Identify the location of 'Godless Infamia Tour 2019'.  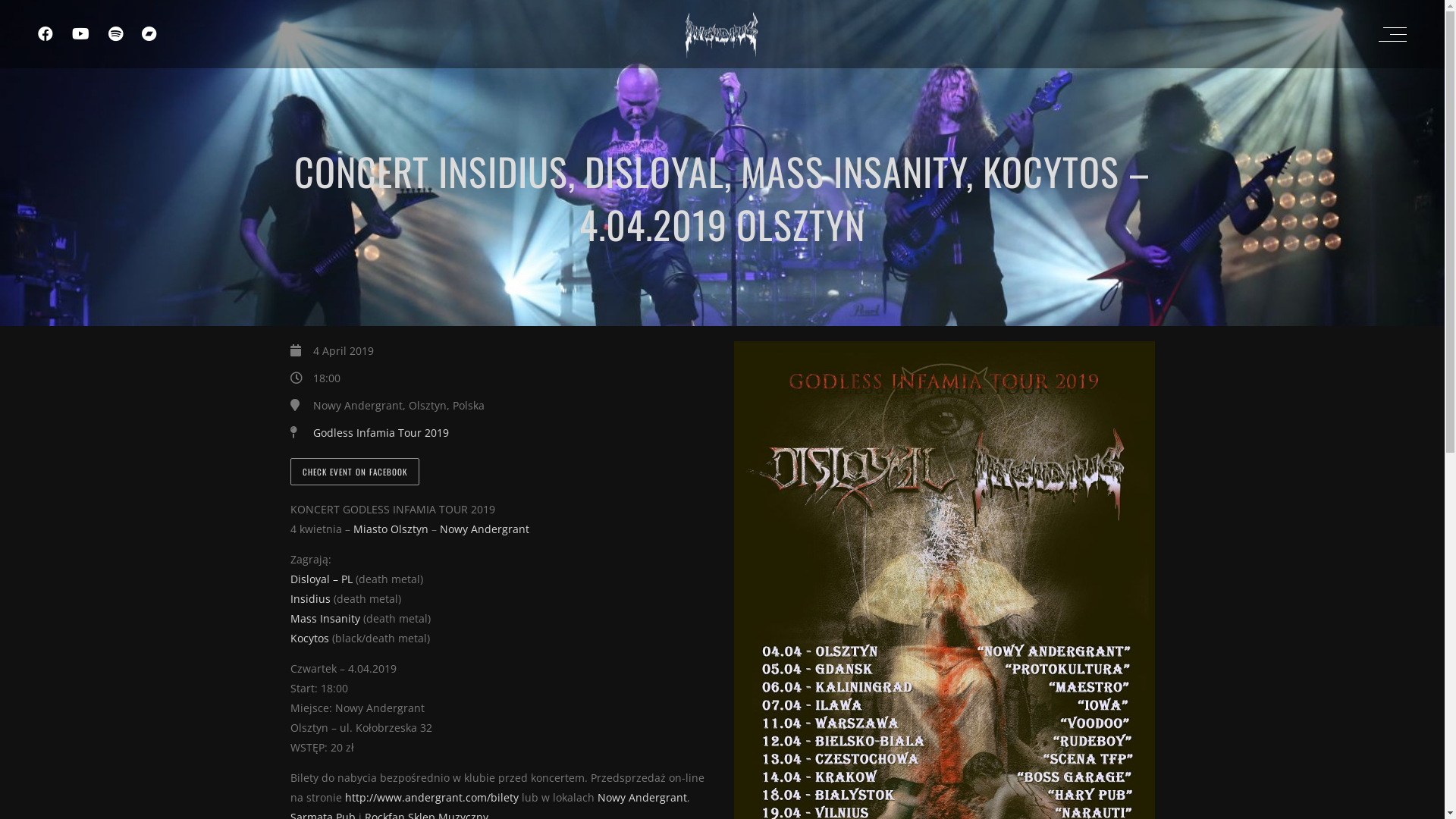
(380, 432).